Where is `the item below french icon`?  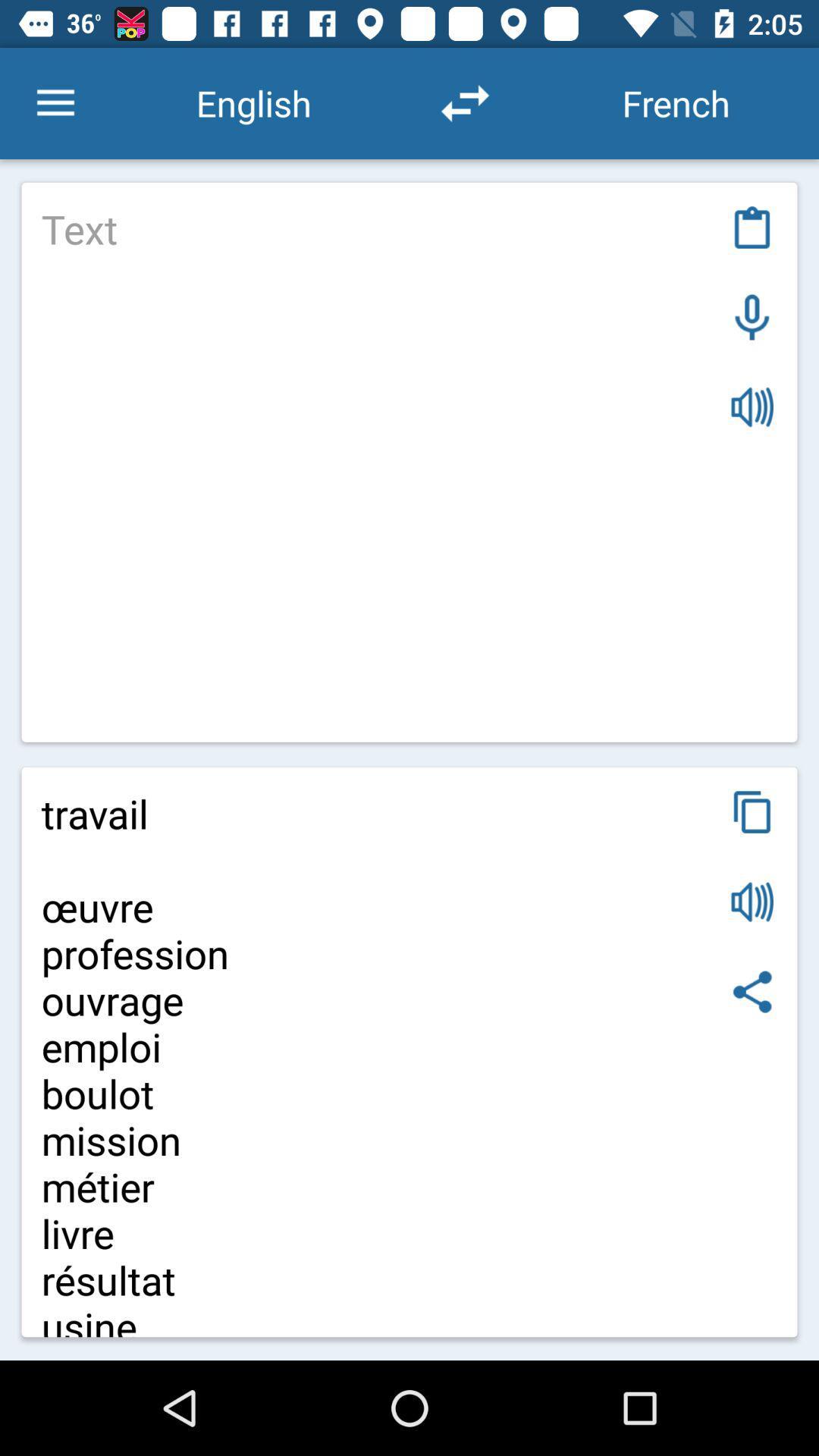 the item below french icon is located at coordinates (752, 226).